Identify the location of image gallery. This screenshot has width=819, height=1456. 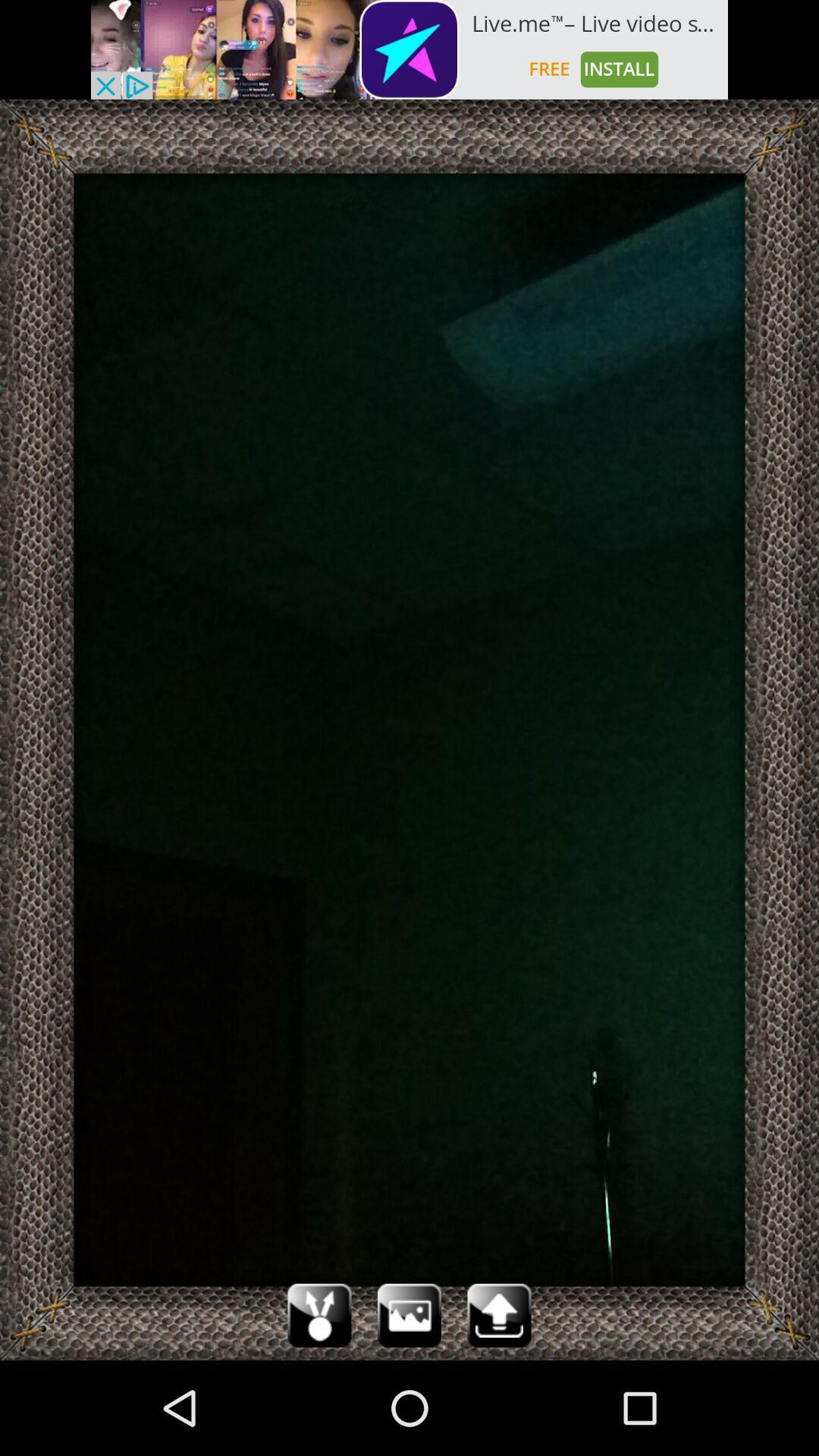
(409, 1314).